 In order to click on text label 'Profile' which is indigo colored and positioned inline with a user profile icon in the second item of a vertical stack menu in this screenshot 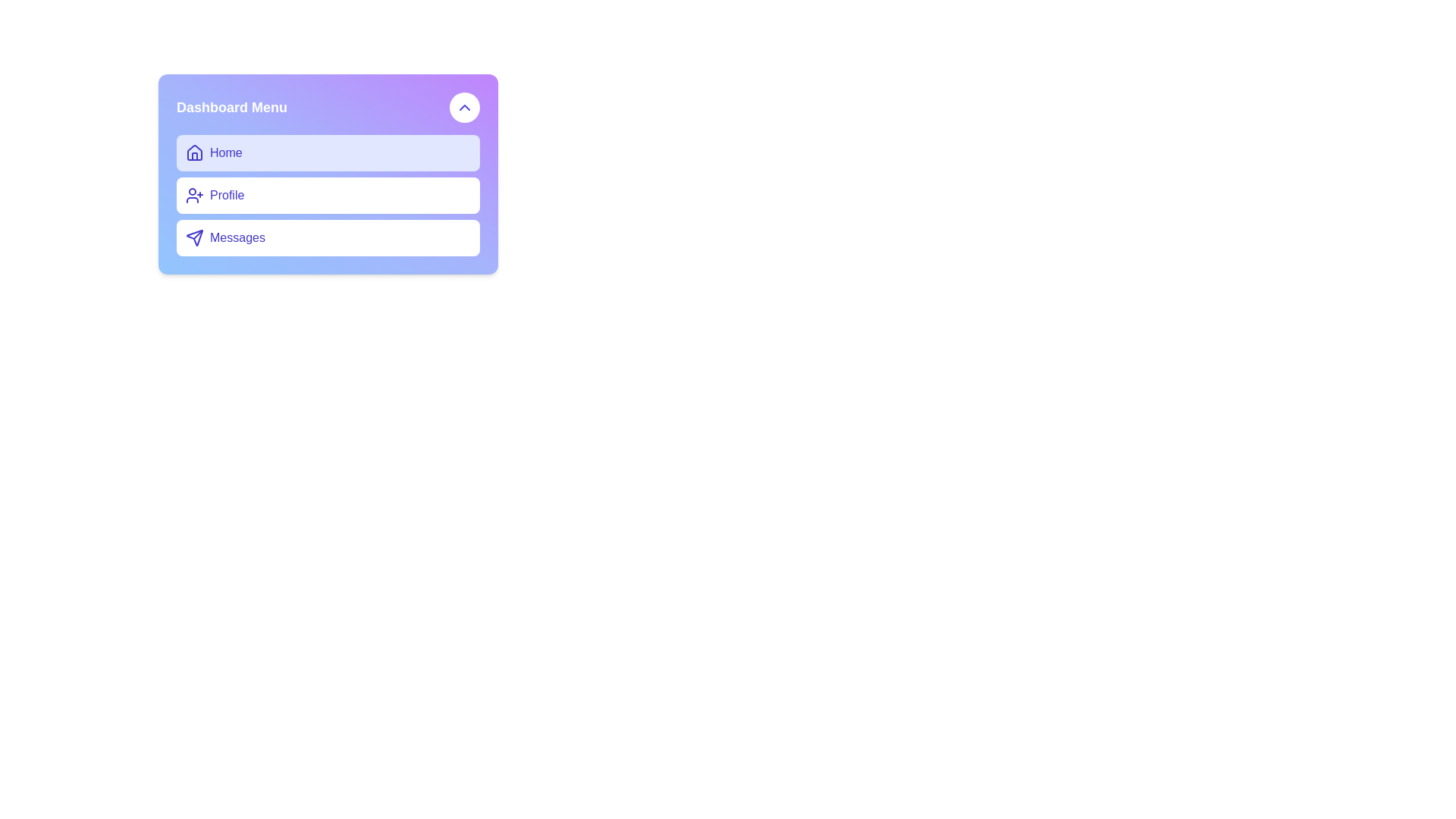, I will do `click(226, 195)`.